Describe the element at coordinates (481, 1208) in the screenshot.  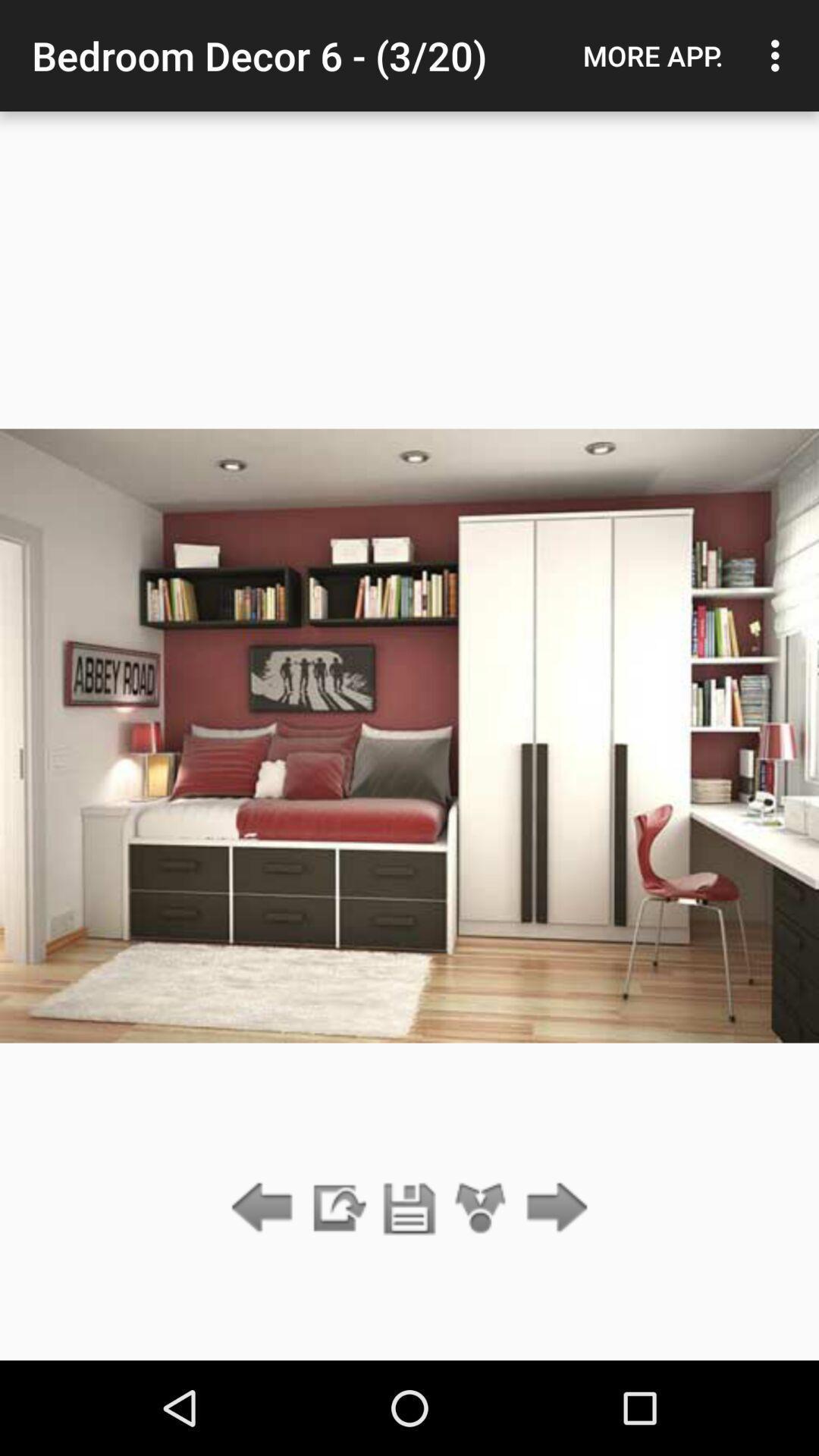
I see `the share icon` at that location.